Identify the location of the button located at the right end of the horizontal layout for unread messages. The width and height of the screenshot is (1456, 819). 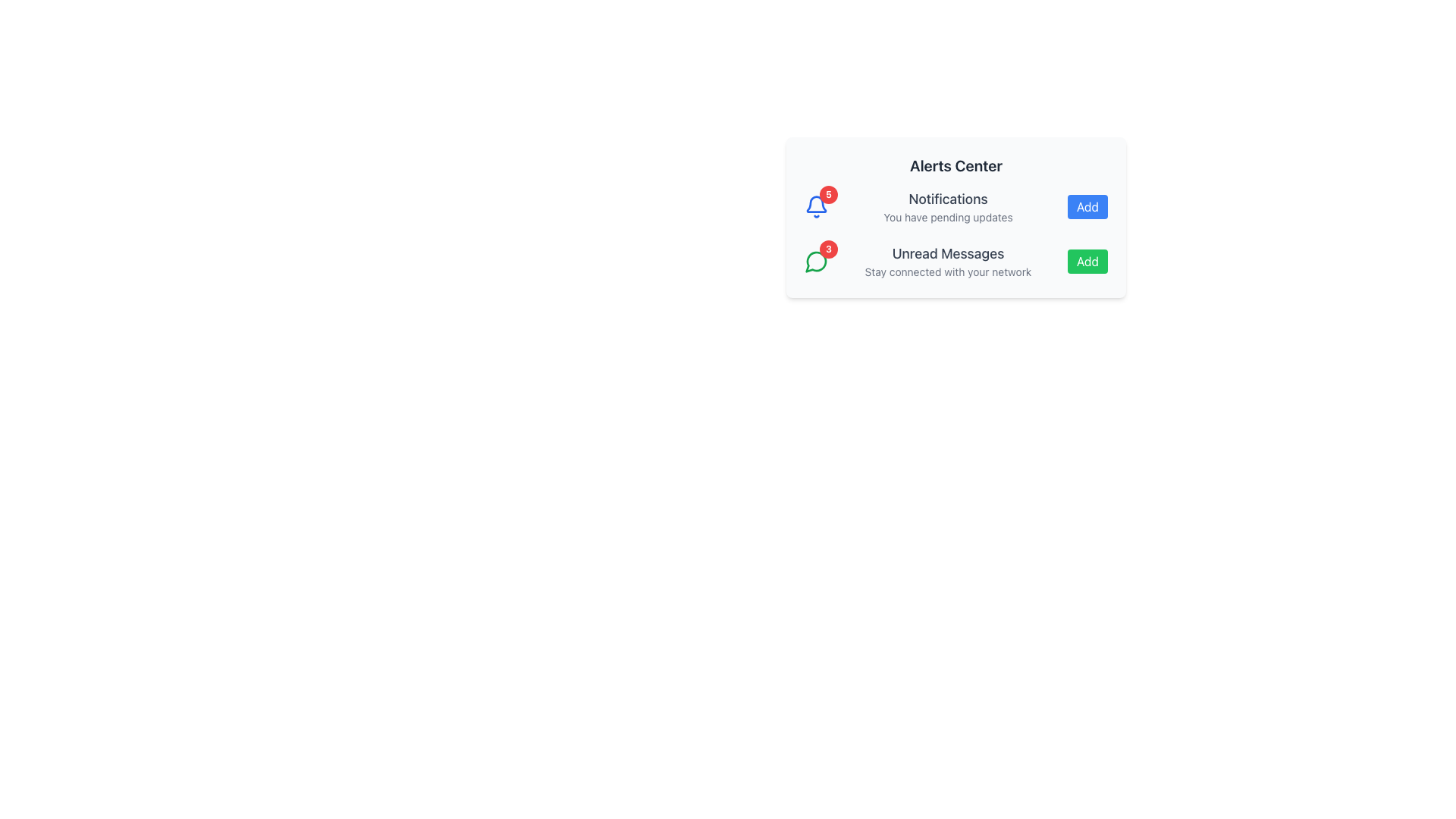
(1087, 260).